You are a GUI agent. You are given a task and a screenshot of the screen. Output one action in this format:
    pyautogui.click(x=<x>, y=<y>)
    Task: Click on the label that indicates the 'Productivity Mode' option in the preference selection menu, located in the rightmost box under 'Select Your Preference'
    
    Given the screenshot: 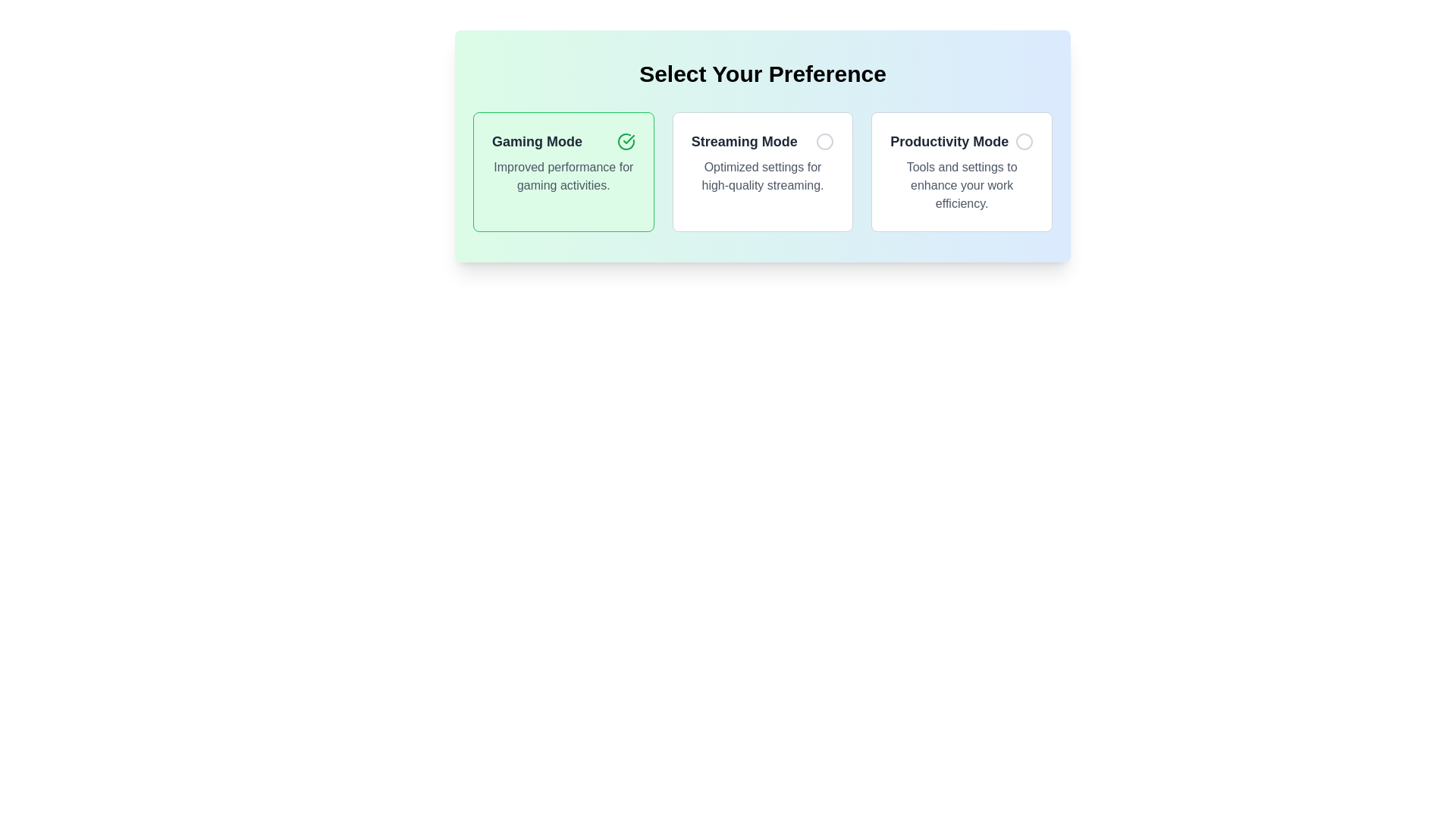 What is the action you would take?
    pyautogui.click(x=949, y=141)
    